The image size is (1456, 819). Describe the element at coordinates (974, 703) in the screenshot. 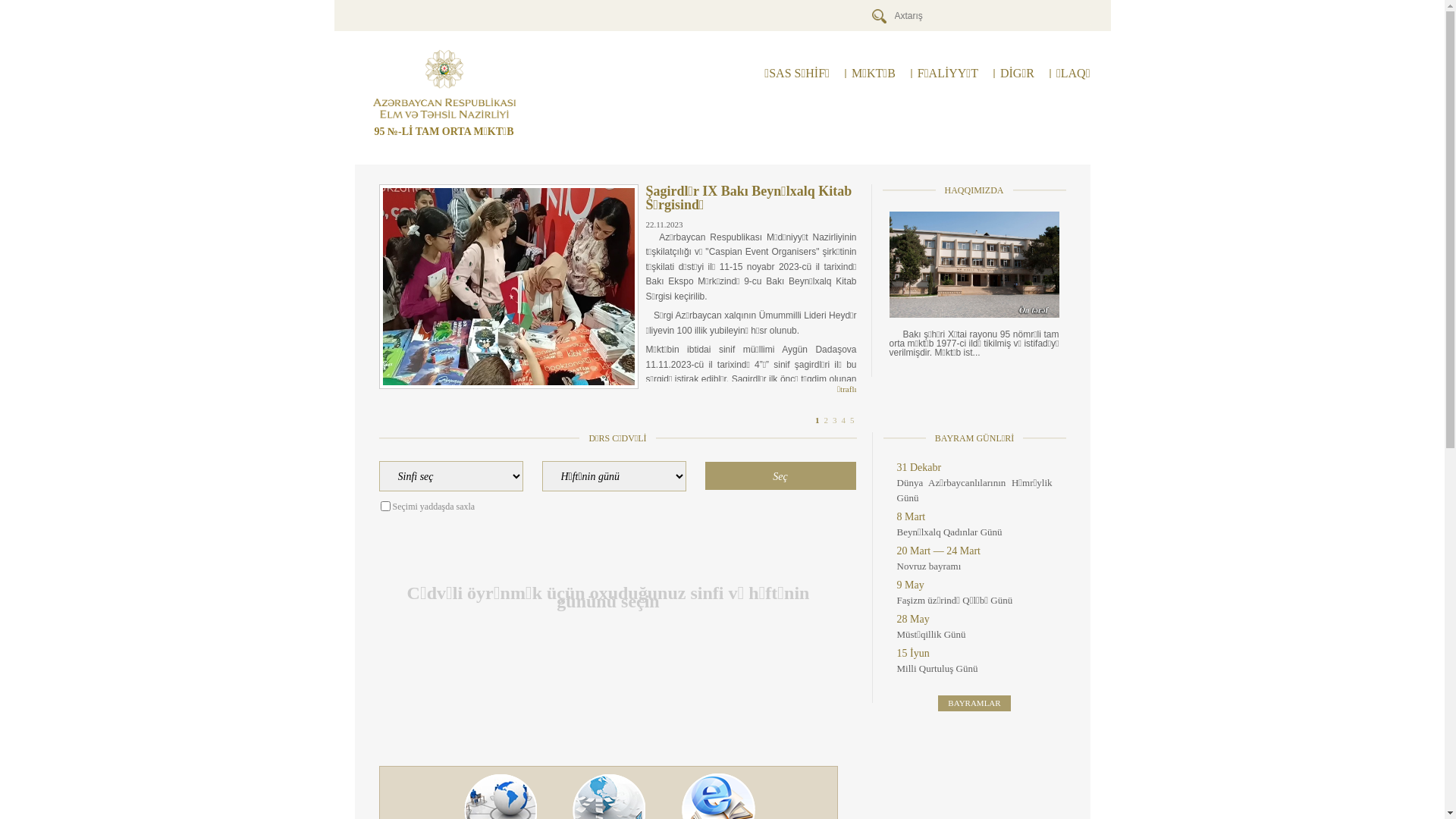

I see `'BAYRAMLAR'` at that location.